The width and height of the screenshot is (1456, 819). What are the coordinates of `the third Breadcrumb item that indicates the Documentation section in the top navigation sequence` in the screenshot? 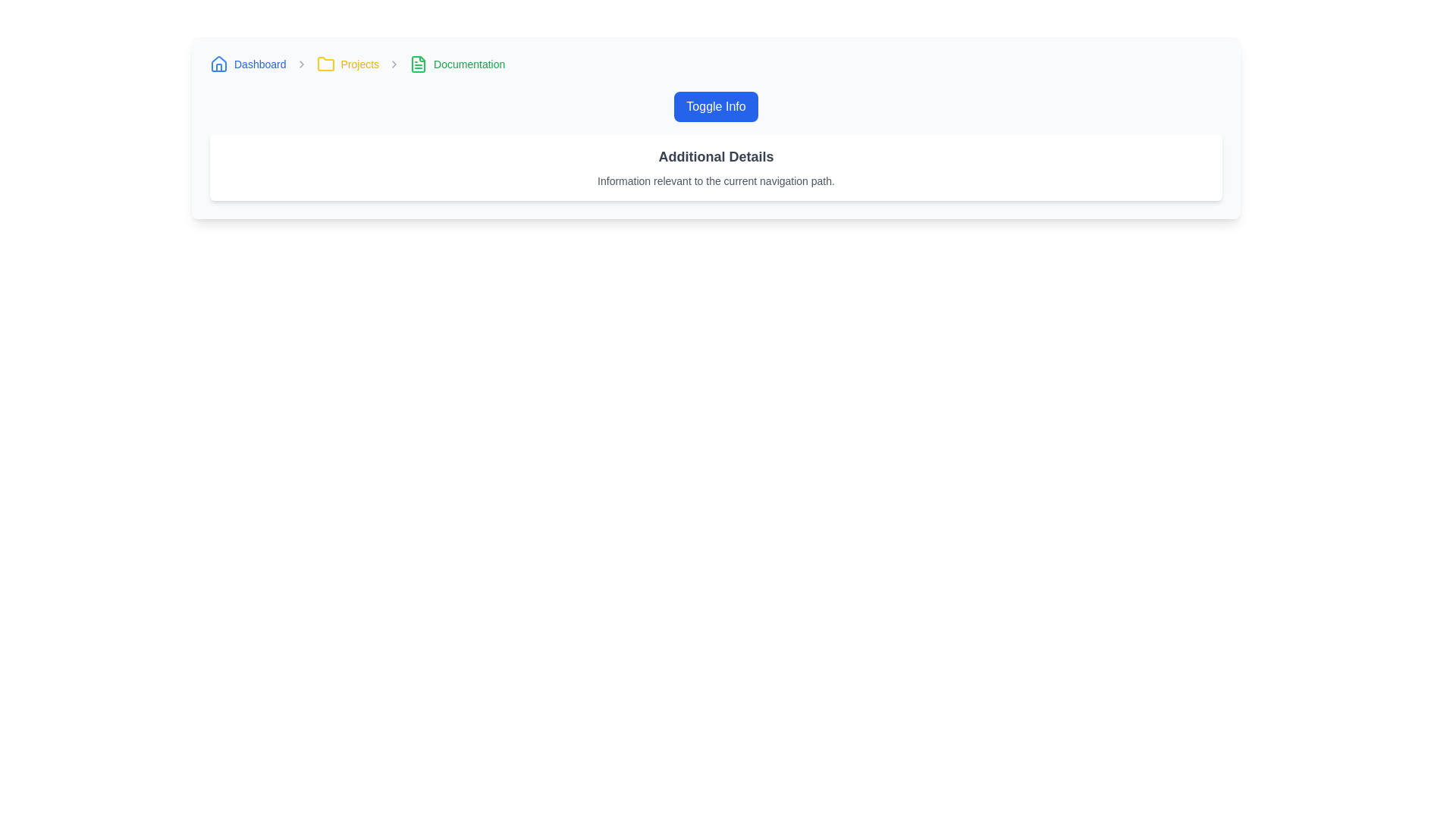 It's located at (457, 63).